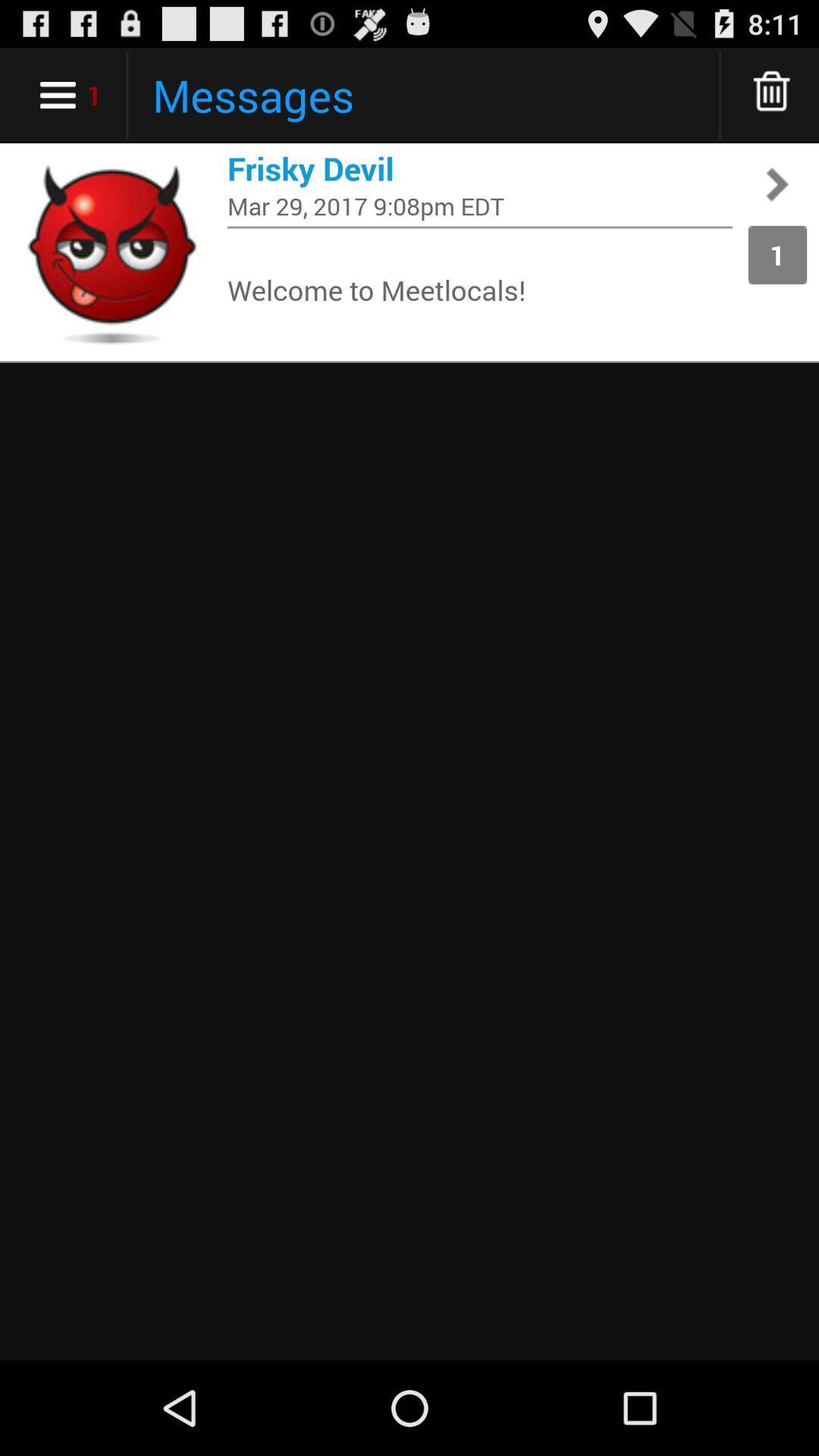  I want to click on item next to the 1 app, so click(479, 226).